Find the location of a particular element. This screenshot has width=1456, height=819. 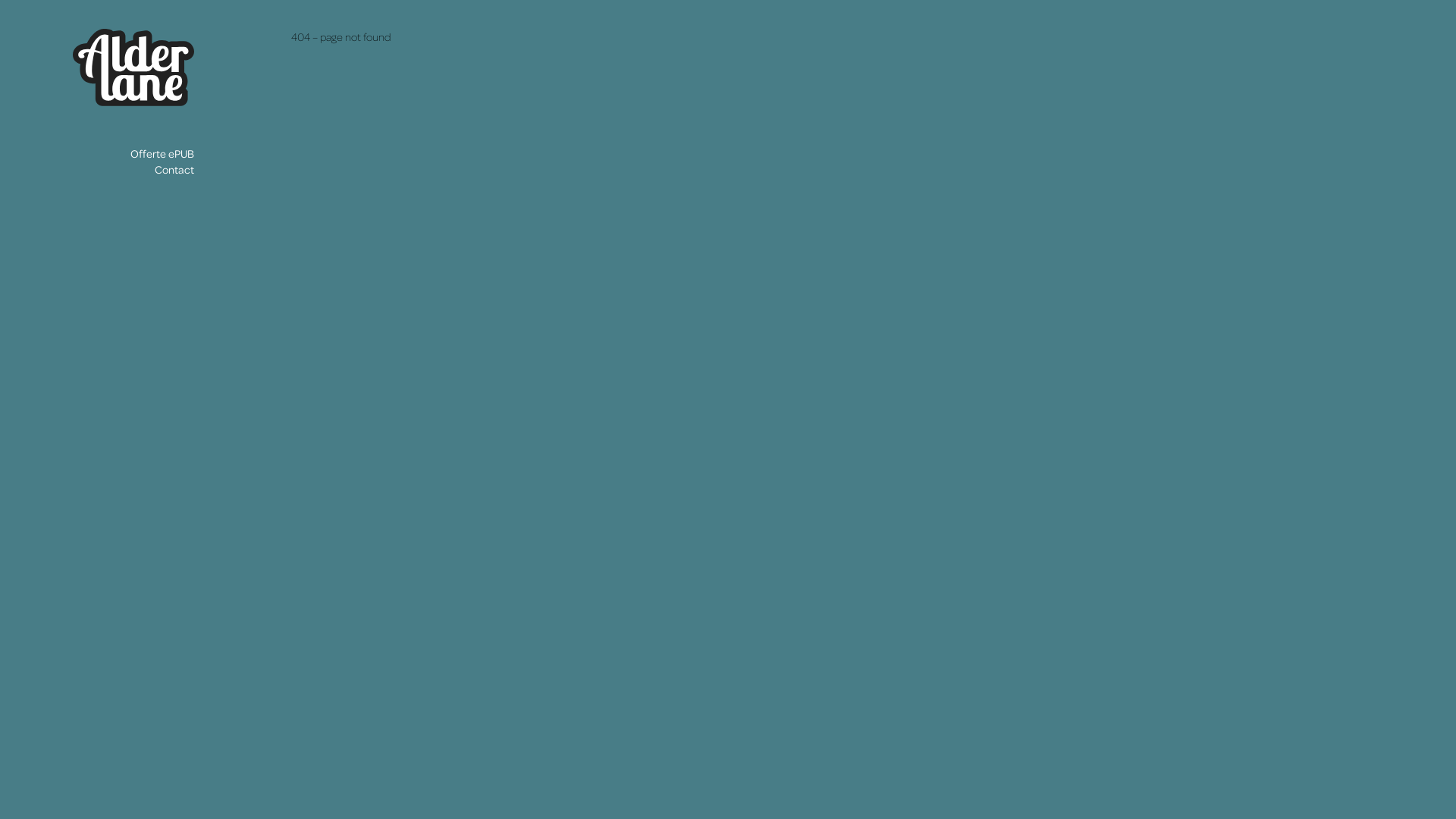

'Contact' is located at coordinates (174, 169).